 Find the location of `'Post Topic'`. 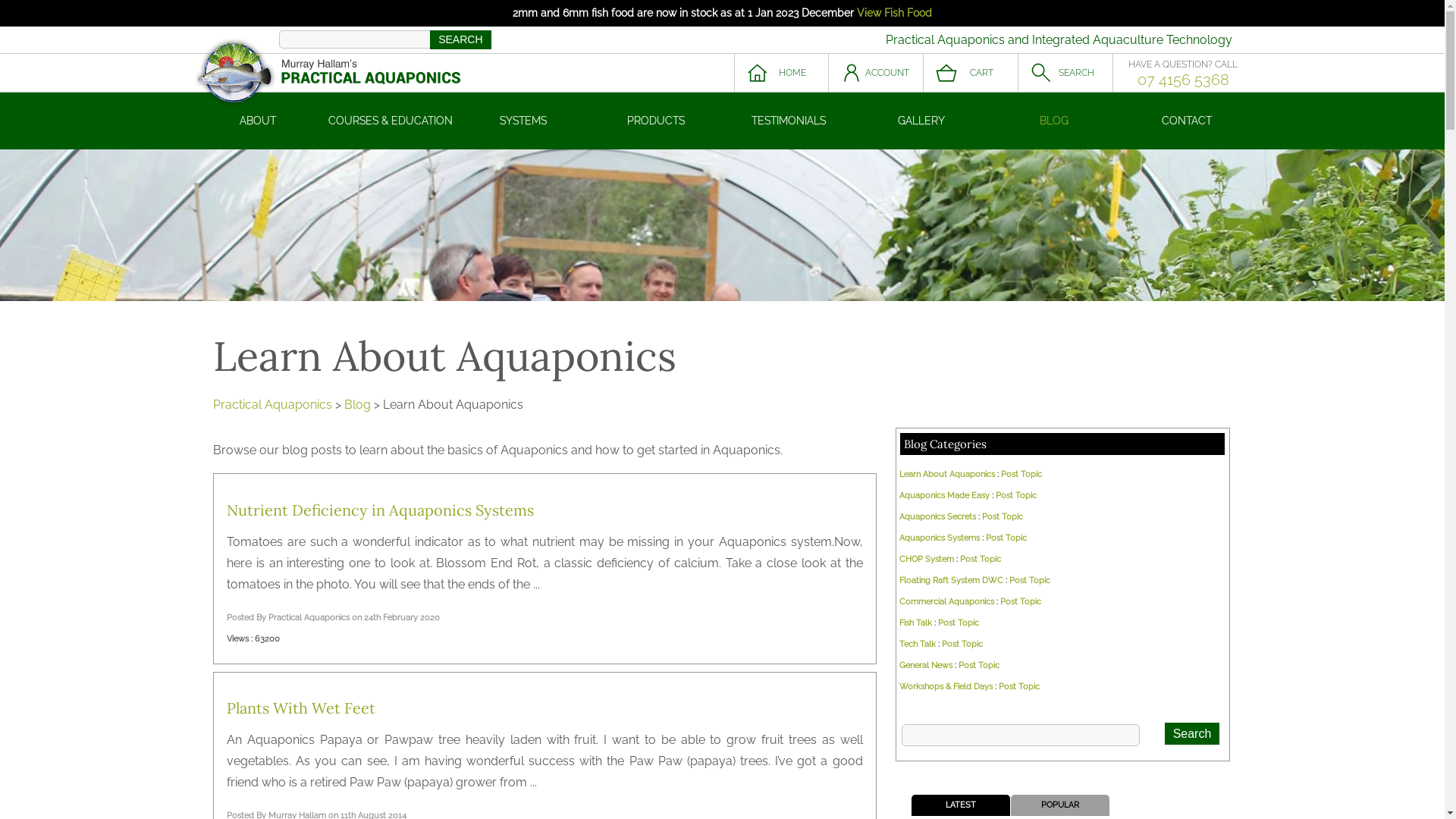

'Post Topic' is located at coordinates (1030, 580).